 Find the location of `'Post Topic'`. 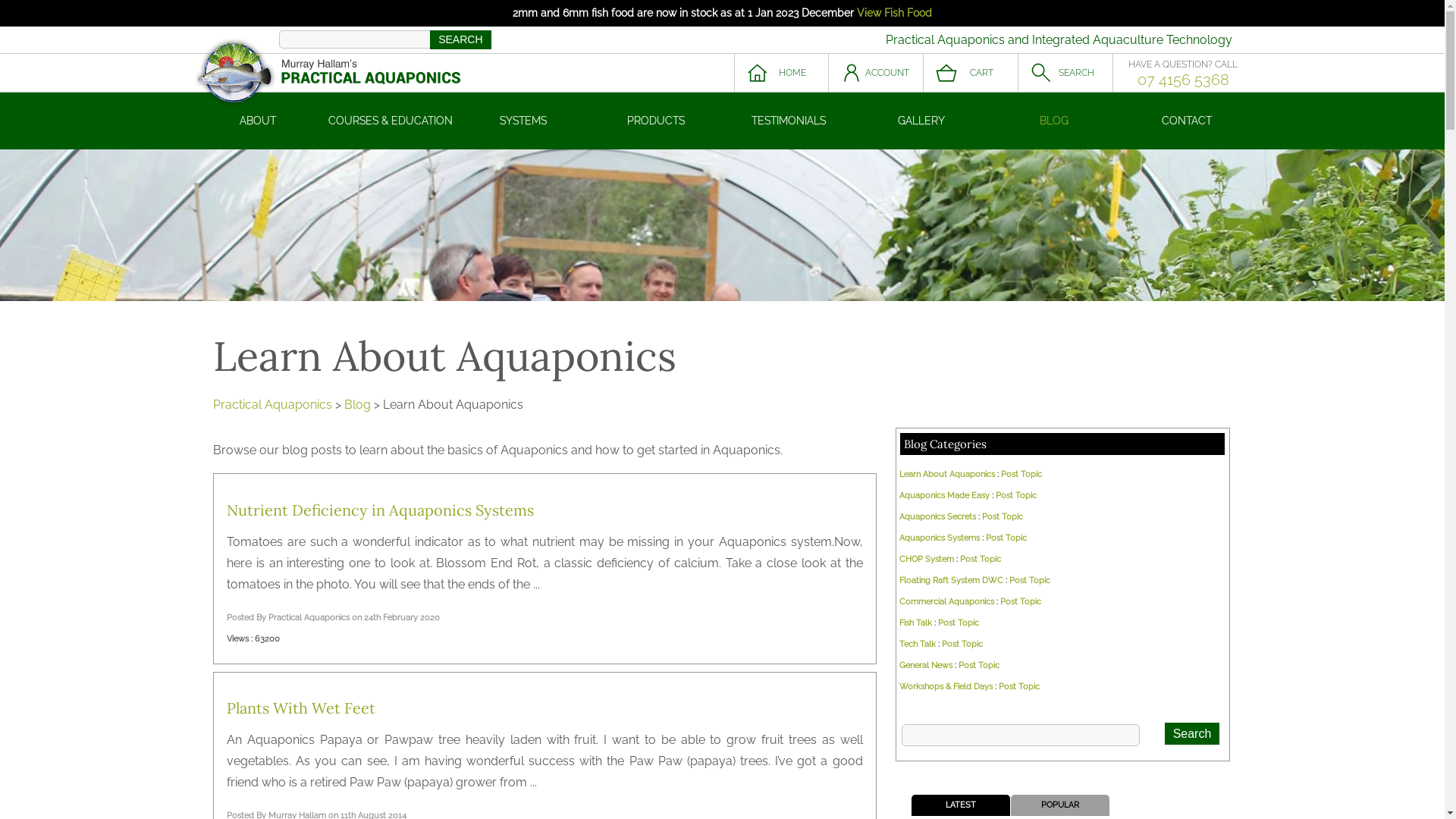

'Post Topic' is located at coordinates (1030, 580).